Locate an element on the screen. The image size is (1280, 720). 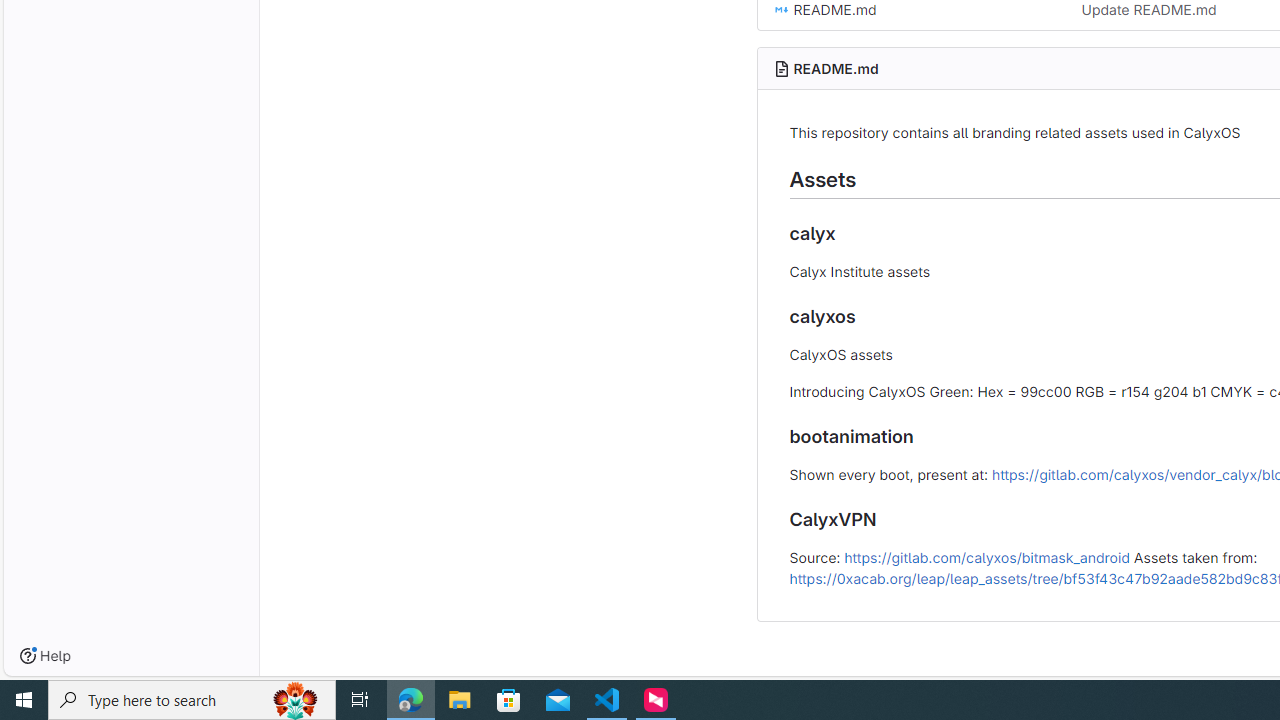
'https://gitlab.com/calyxos/bitmask_android' is located at coordinates (986, 556).